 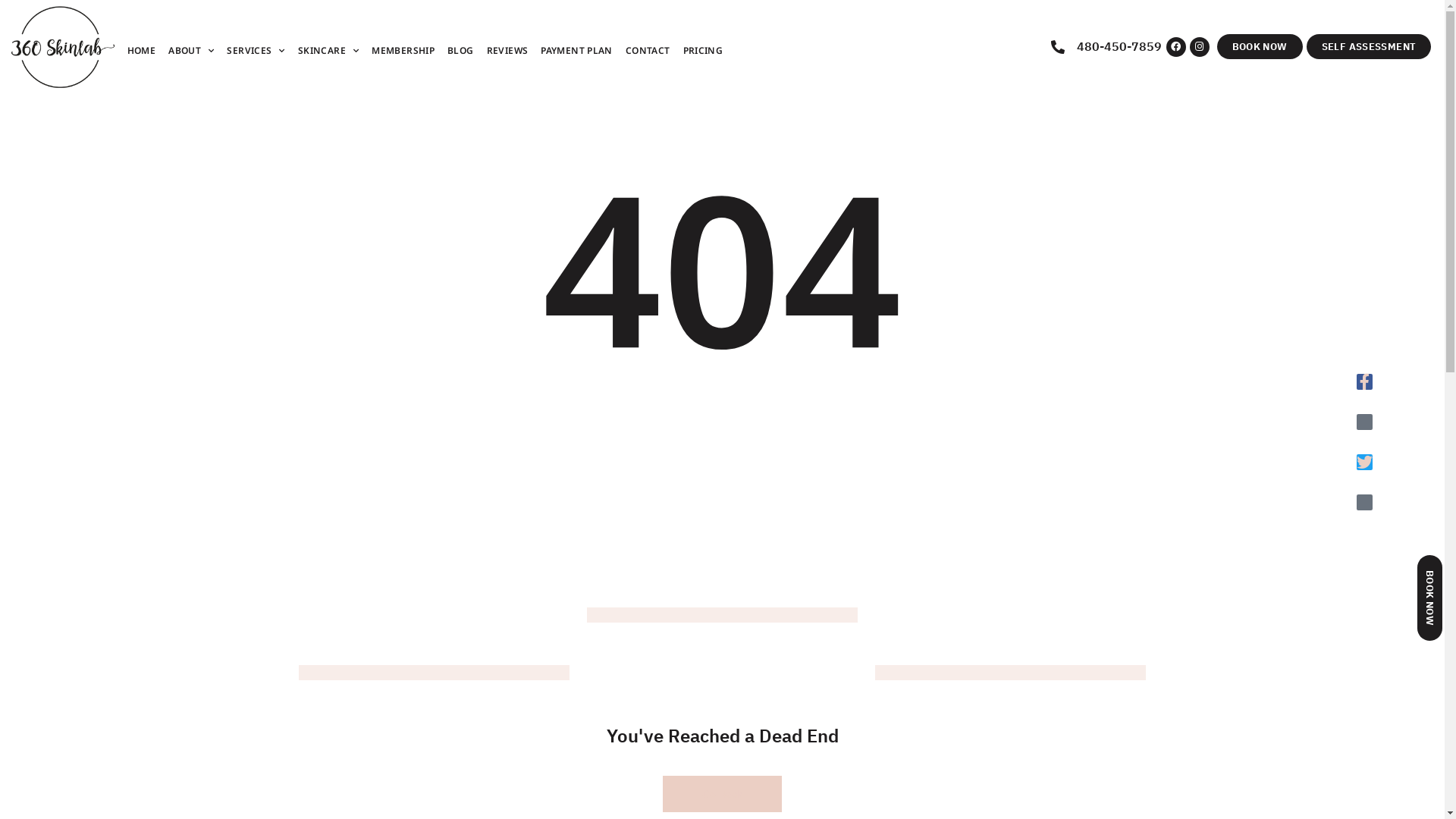 I want to click on 'ABOUT', so click(x=190, y=49).